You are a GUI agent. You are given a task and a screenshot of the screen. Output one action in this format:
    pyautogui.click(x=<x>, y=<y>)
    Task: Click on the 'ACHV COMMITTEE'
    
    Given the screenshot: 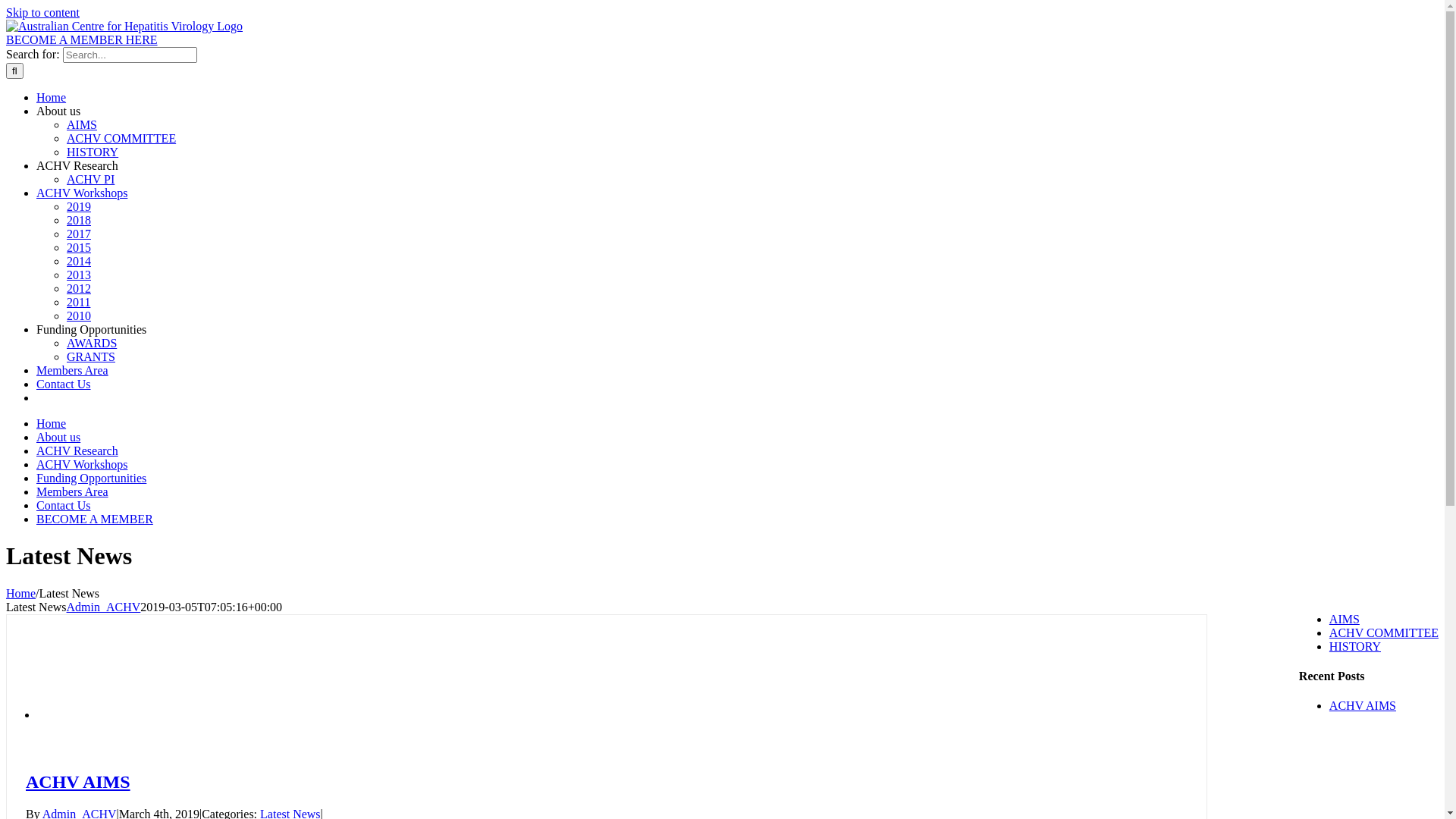 What is the action you would take?
    pyautogui.click(x=1383, y=632)
    